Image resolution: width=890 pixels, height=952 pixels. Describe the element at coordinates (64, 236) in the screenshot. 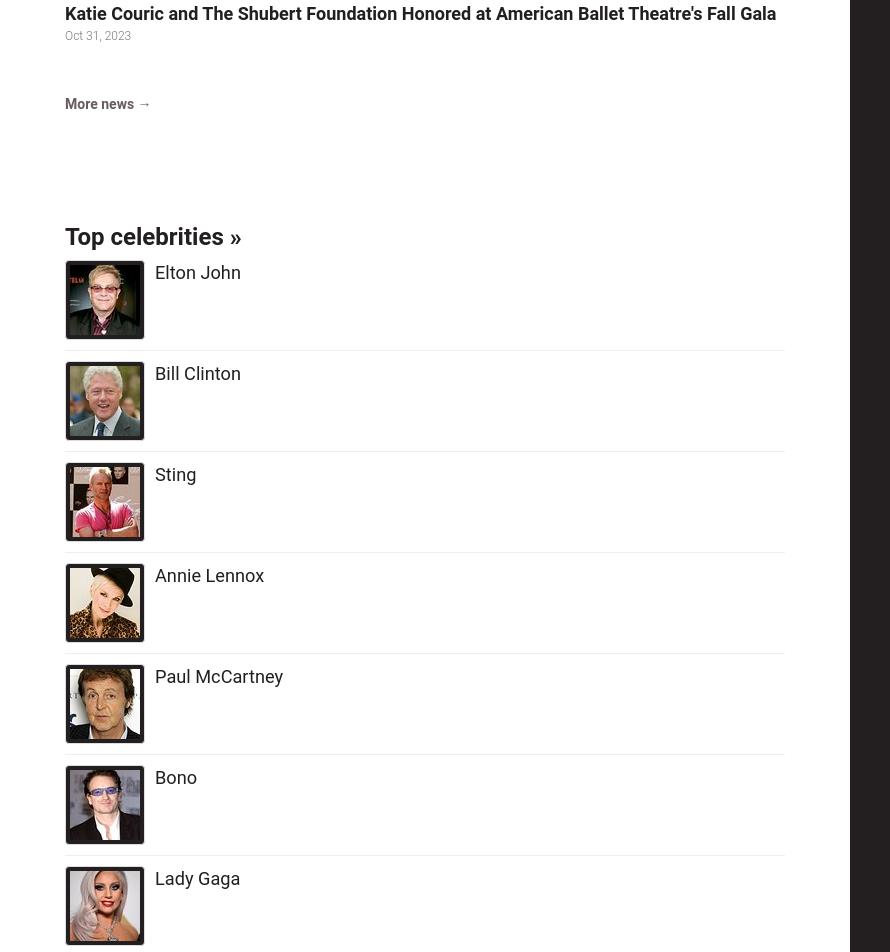

I see `'Top celebrities'` at that location.